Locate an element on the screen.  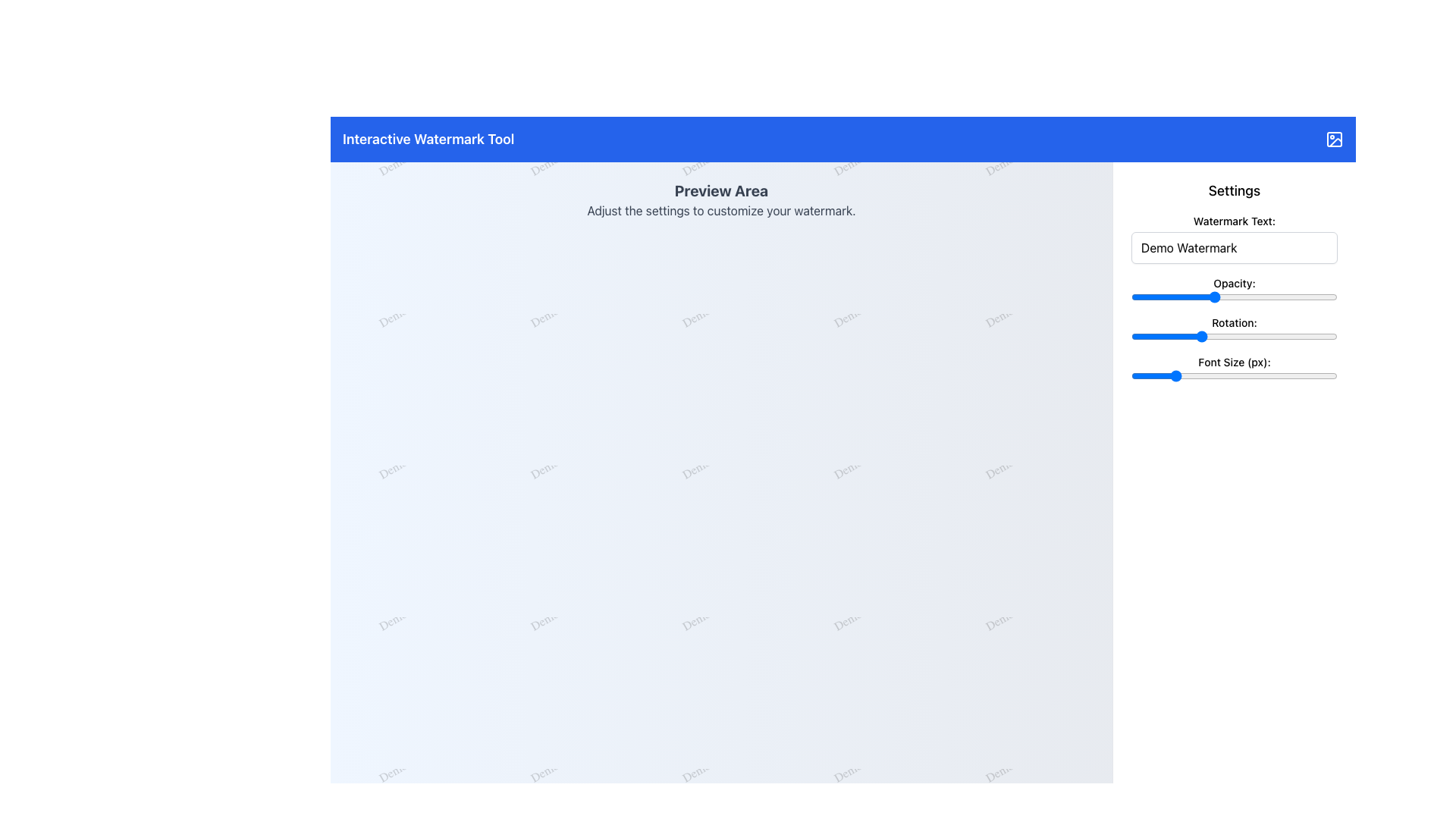
the 'Settings' header text, which is displayed in a larger, bold, and dark font located at the top right of the sidebar is located at coordinates (1234, 190).